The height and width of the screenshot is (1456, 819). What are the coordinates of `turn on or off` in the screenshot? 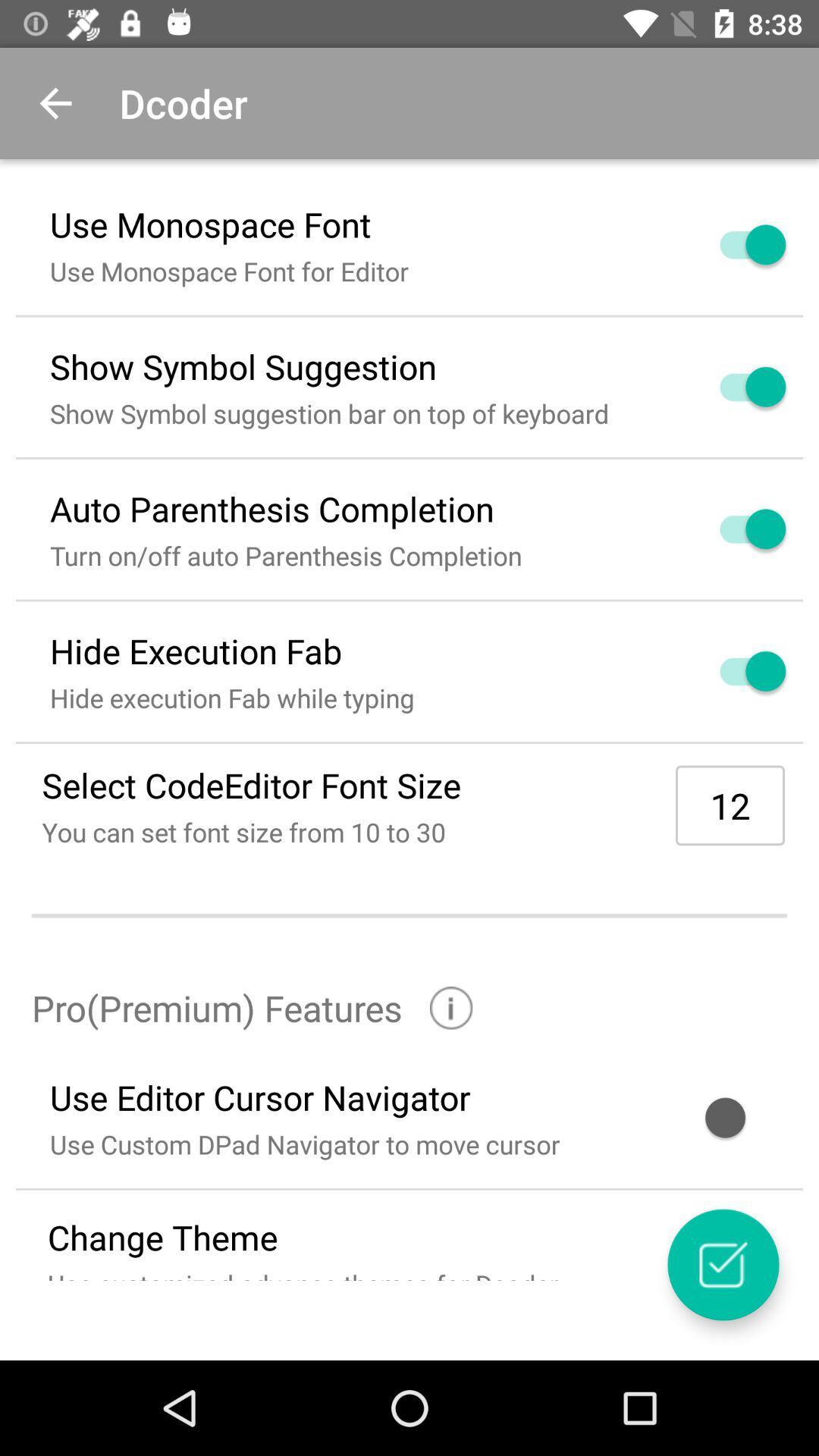 It's located at (734, 529).